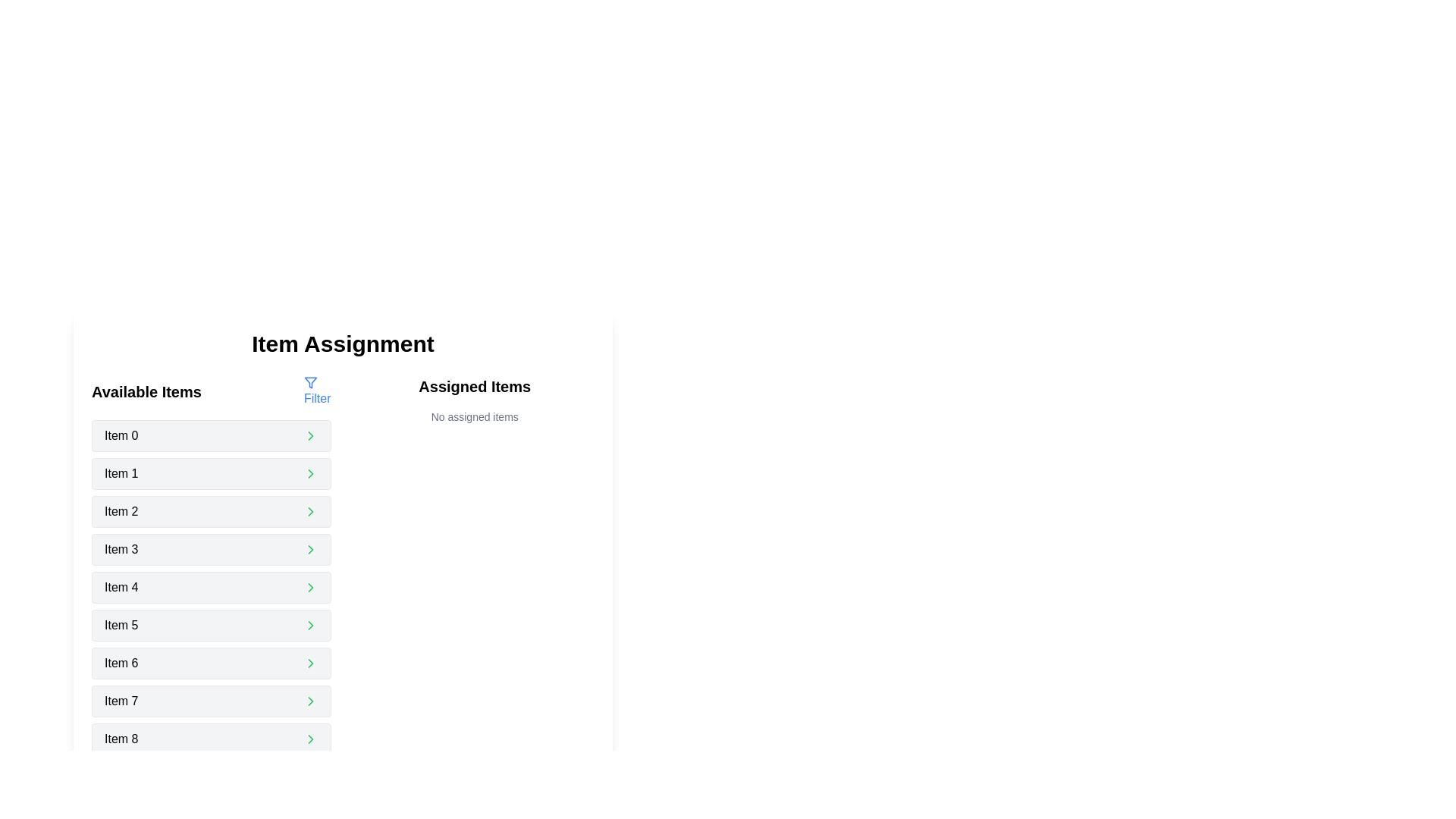 The width and height of the screenshot is (1456, 819). What do you see at coordinates (309, 587) in the screenshot?
I see `the green right-arrow icon located on the right side of the 'Item 4' row` at bounding box center [309, 587].